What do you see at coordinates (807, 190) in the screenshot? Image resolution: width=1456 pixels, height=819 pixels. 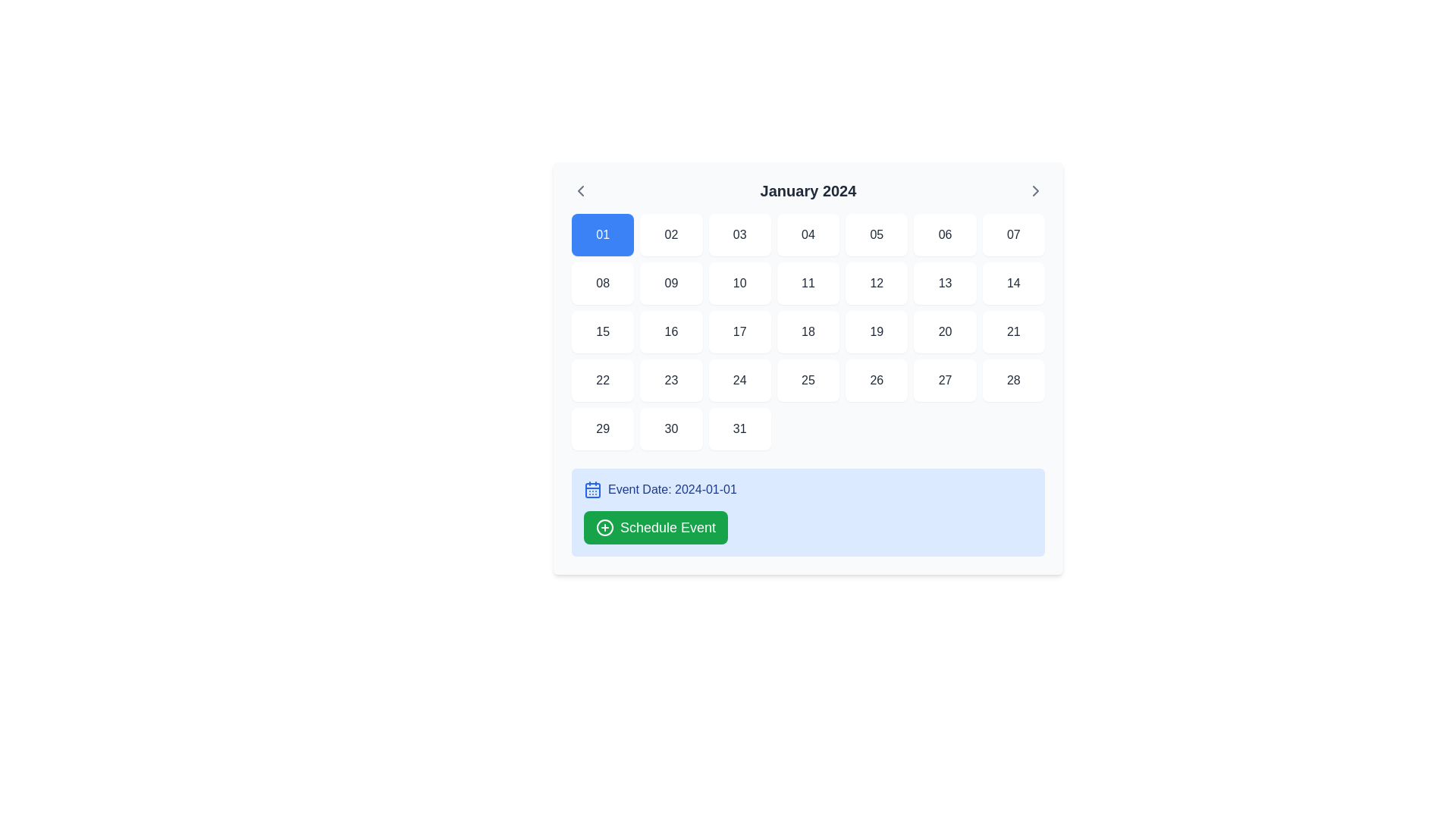 I see `the heading text 'January 2024' at the top of the calendar interface, which is styled in bold and larger font, indicating the currently active month` at bounding box center [807, 190].